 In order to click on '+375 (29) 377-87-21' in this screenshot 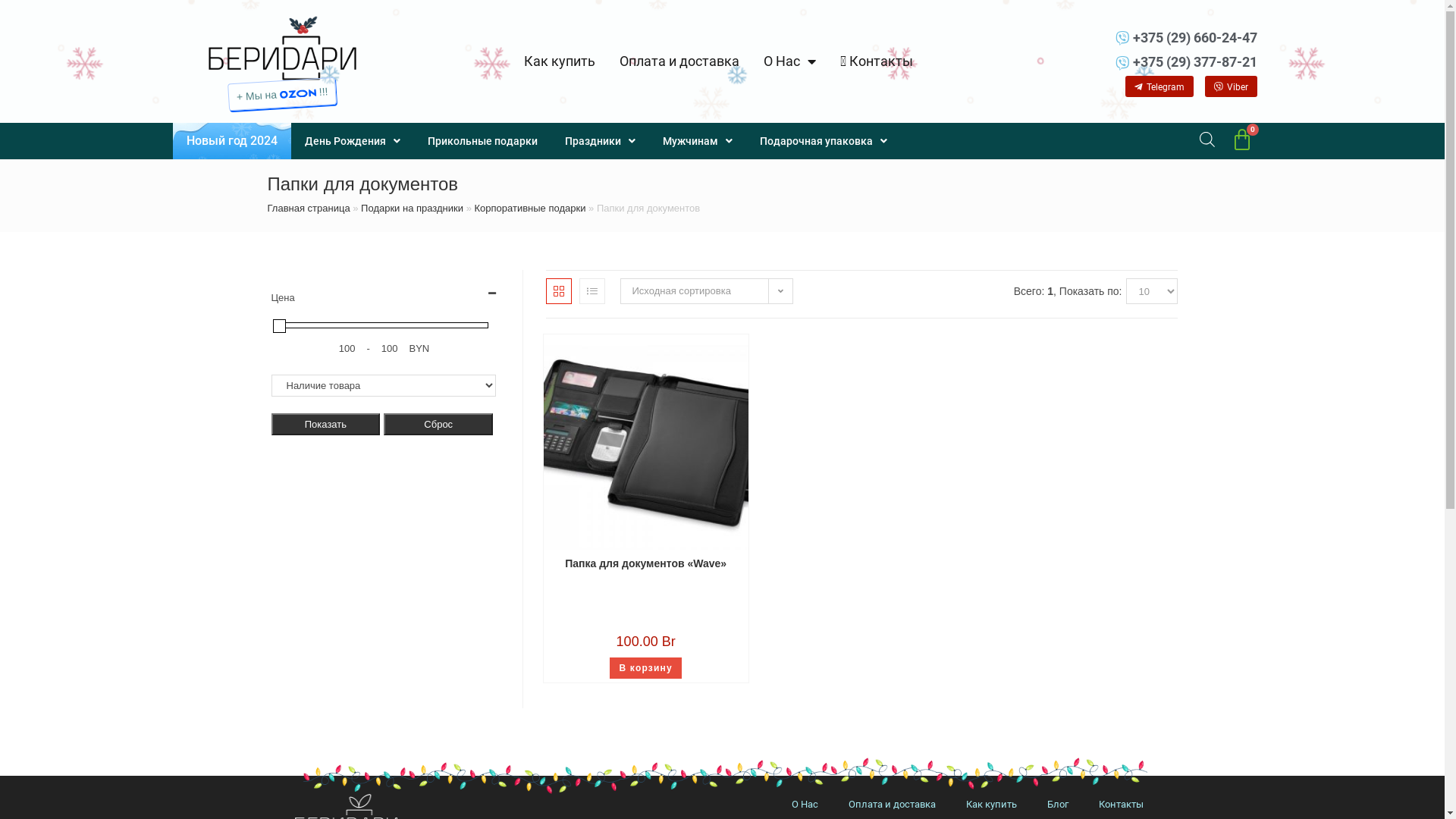, I will do `click(1153, 61)`.